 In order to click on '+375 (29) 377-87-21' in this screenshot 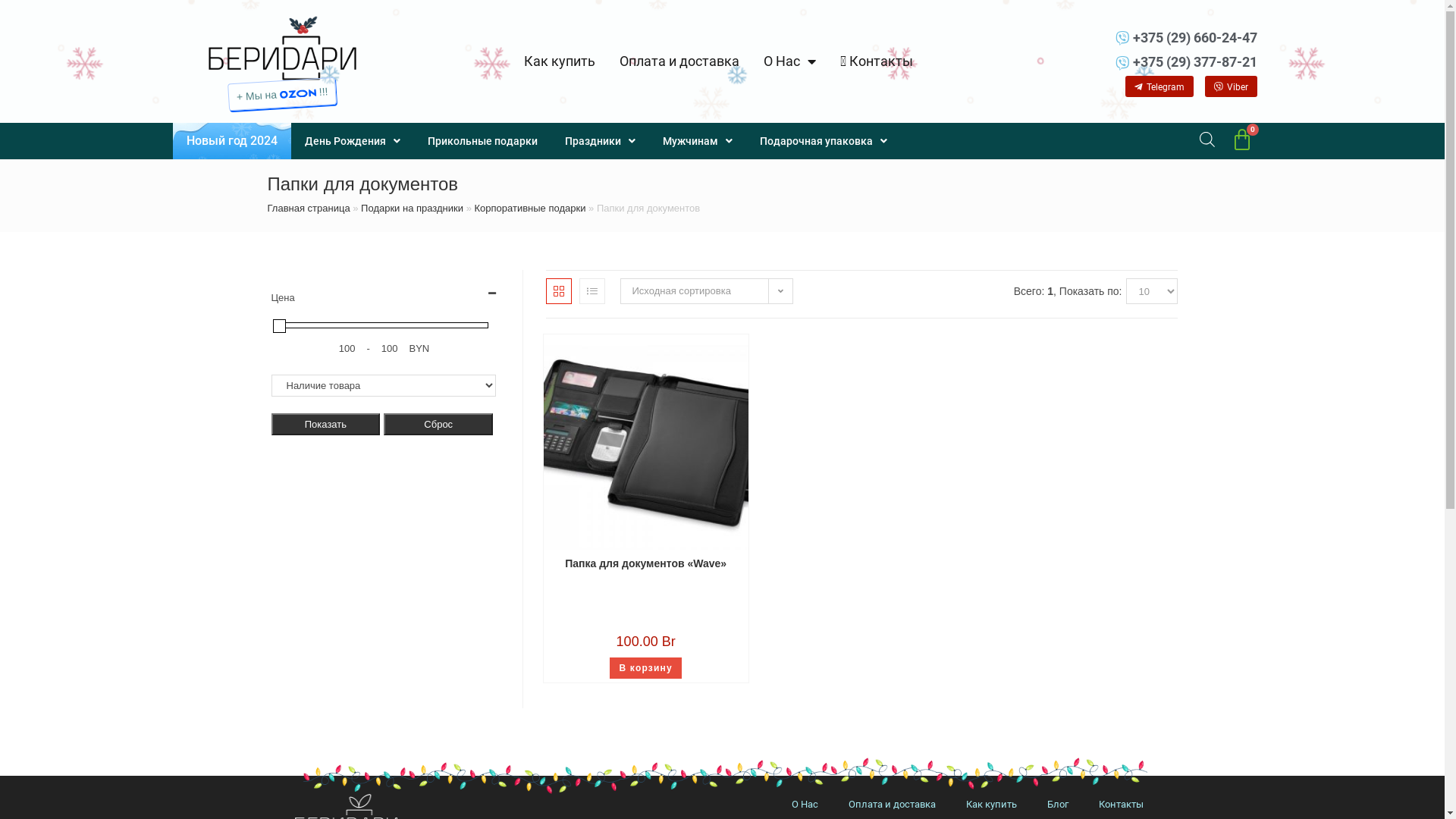, I will do `click(1153, 61)`.